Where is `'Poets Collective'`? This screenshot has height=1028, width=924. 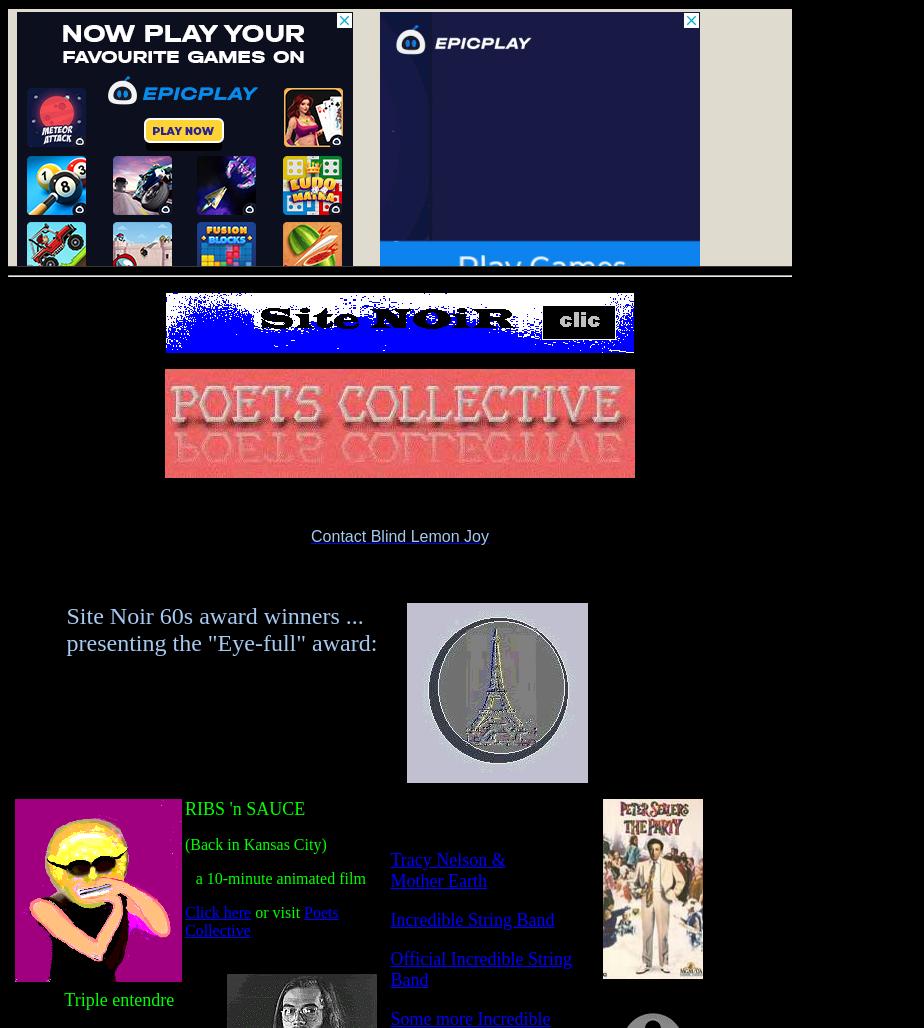
'Poets Collective' is located at coordinates (261, 921).